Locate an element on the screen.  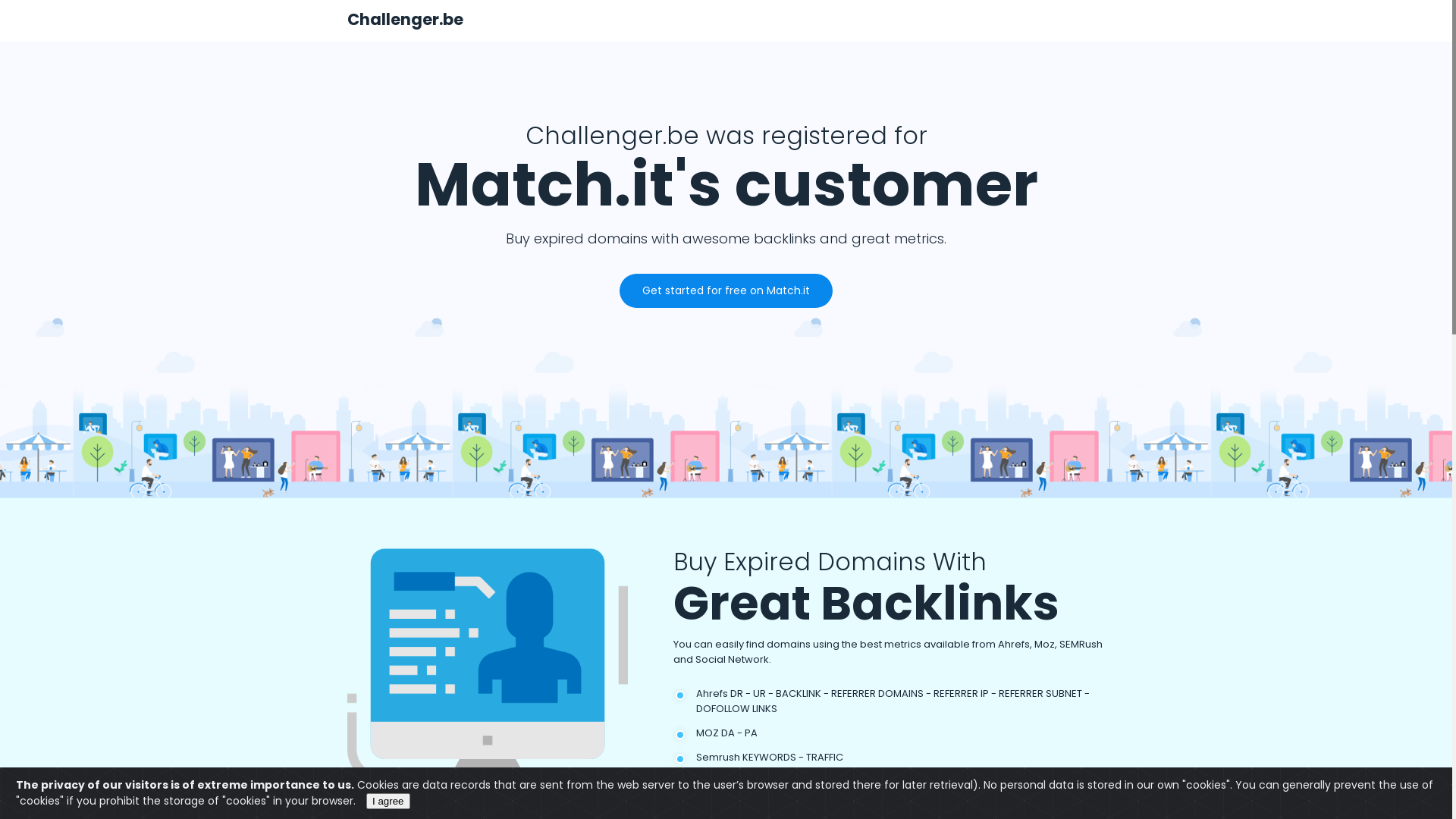
'Get started for free on Match.it' is located at coordinates (725, 290).